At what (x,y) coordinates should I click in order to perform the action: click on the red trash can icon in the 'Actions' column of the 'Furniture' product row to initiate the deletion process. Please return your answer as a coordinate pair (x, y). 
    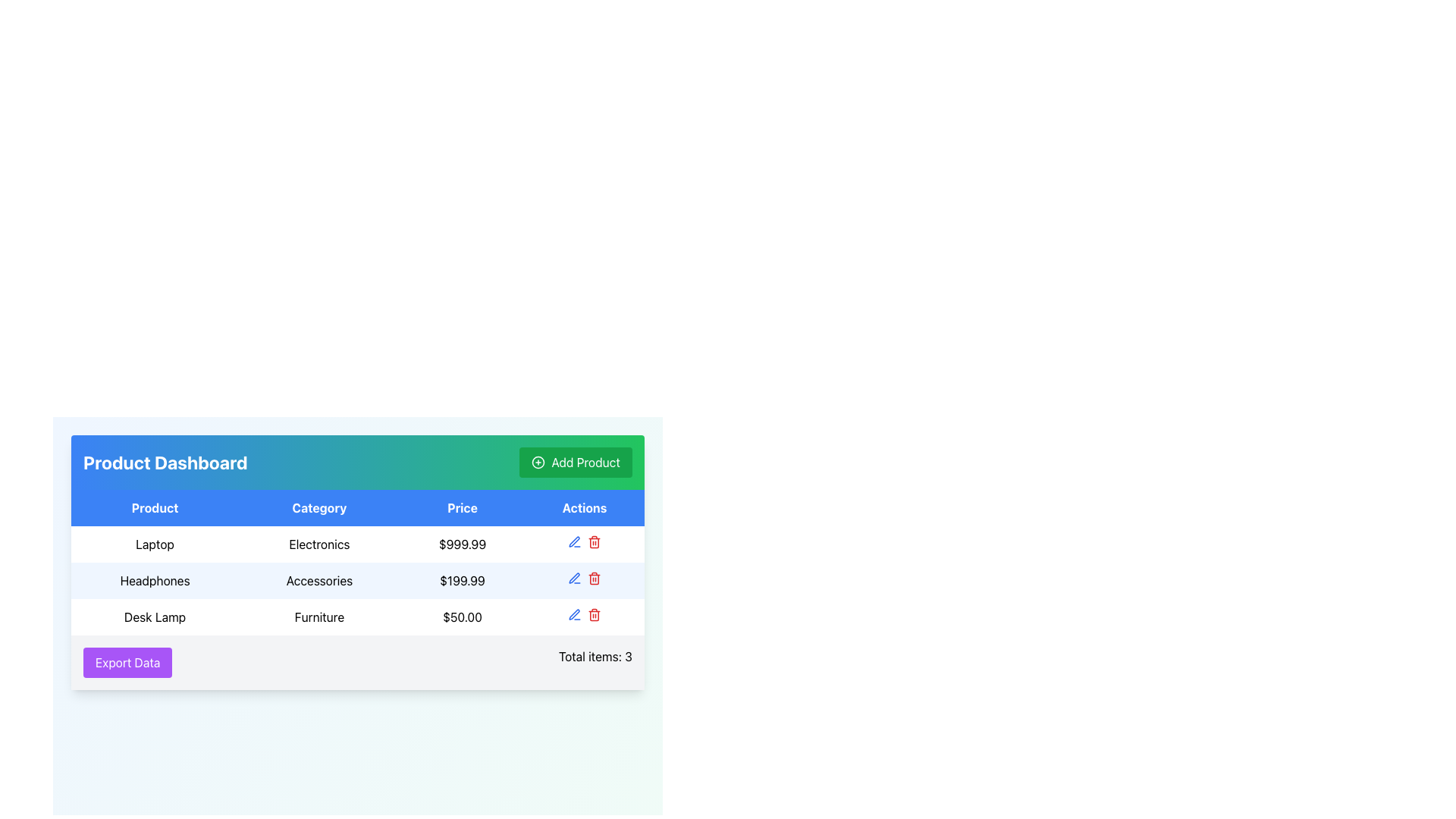
    Looking at the image, I should click on (593, 614).